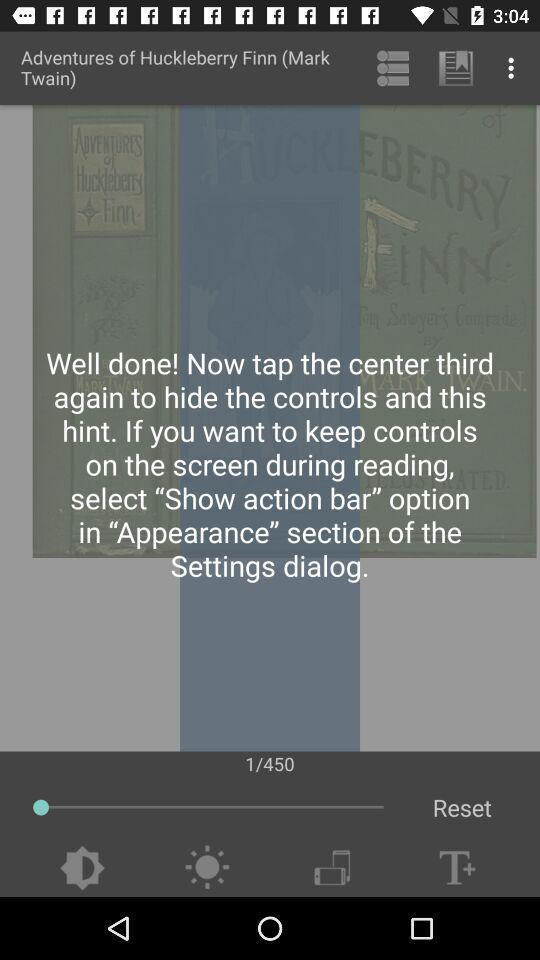 The width and height of the screenshot is (540, 960). Describe the element at coordinates (332, 867) in the screenshot. I see `menu` at that location.